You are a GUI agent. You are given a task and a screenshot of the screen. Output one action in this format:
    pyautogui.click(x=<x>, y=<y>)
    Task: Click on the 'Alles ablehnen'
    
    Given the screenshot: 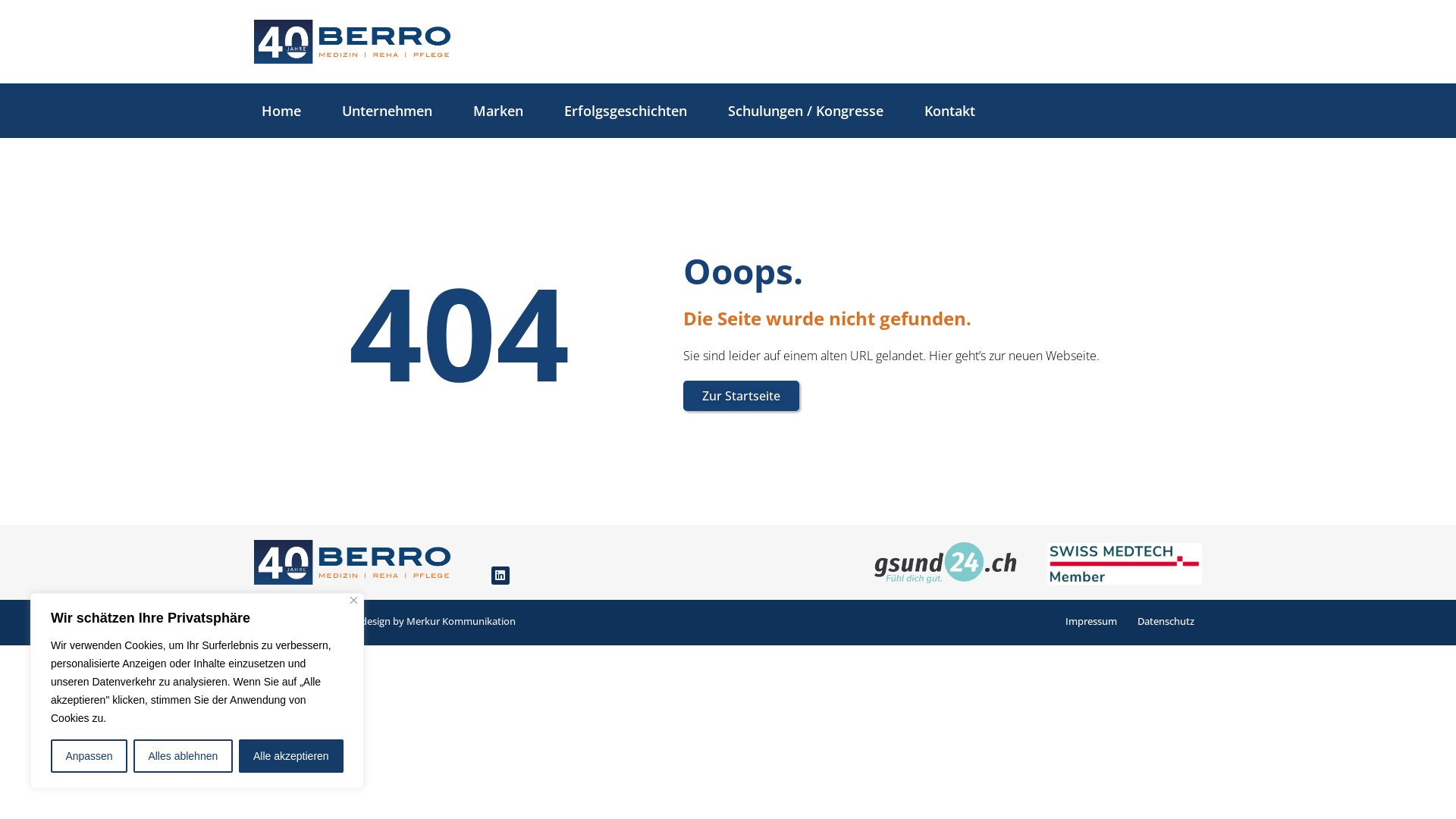 What is the action you would take?
    pyautogui.click(x=182, y=755)
    